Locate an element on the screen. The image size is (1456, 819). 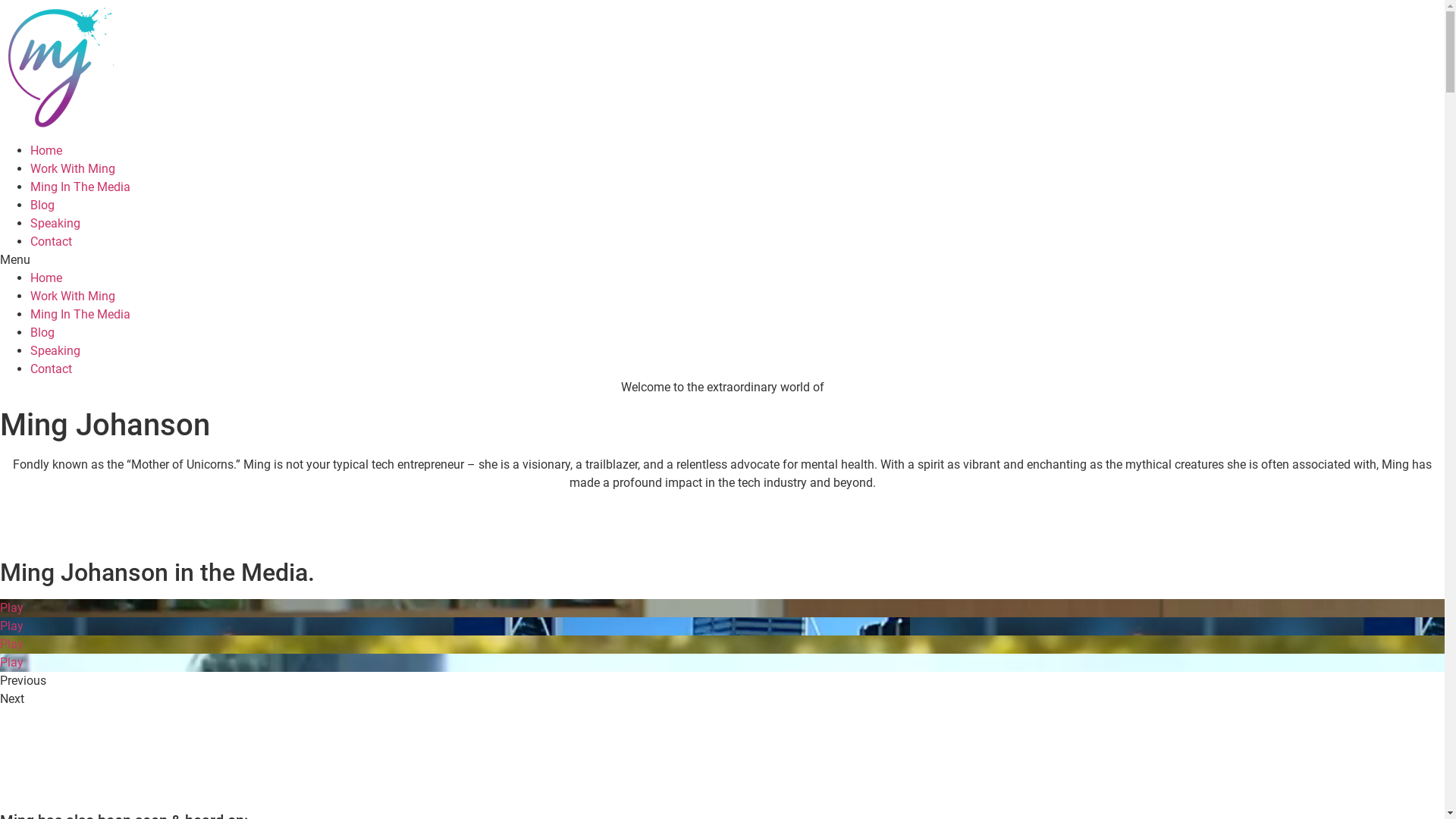
'Contact' is located at coordinates (51, 240).